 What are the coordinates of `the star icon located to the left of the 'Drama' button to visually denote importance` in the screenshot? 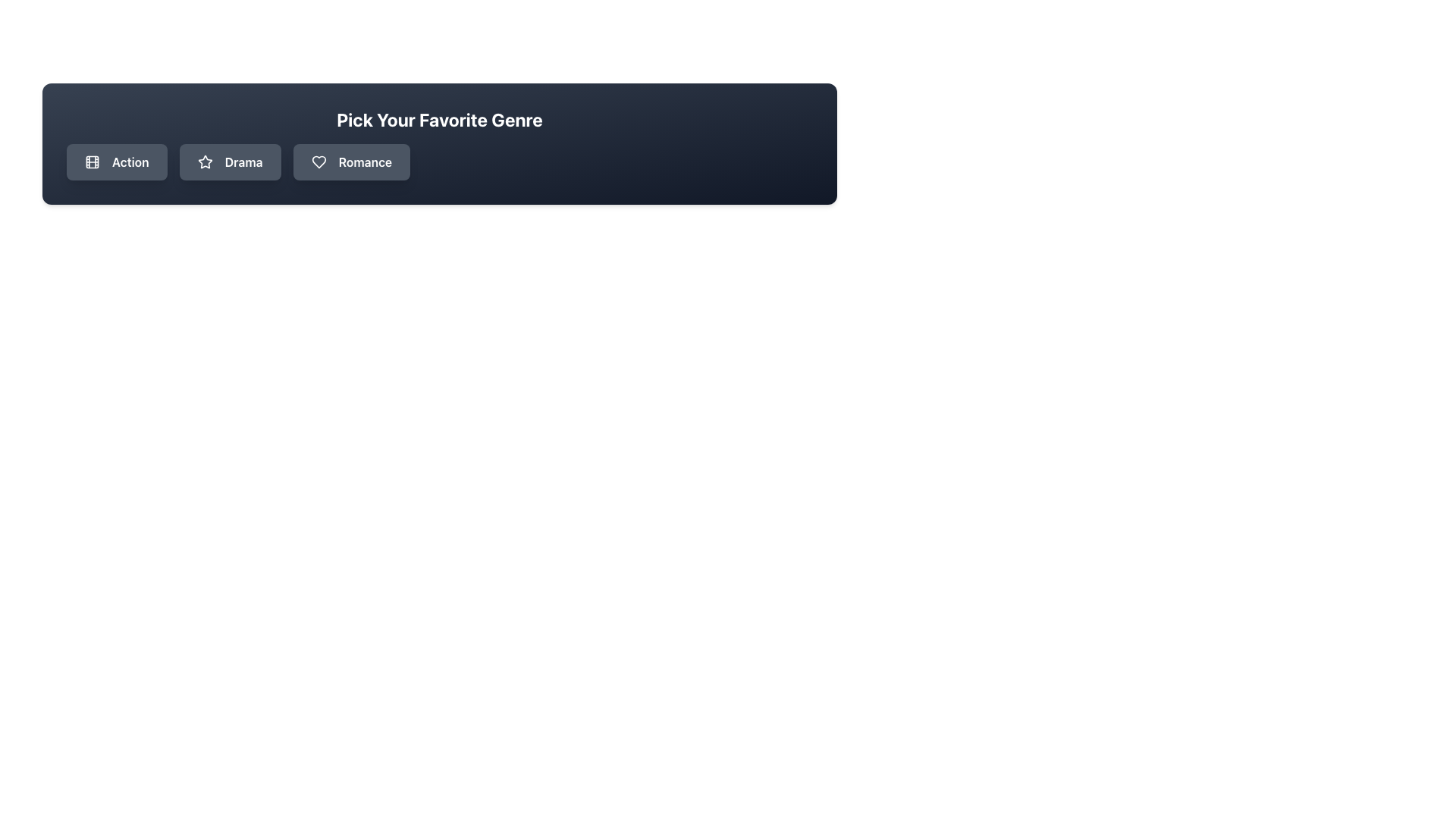 It's located at (204, 162).